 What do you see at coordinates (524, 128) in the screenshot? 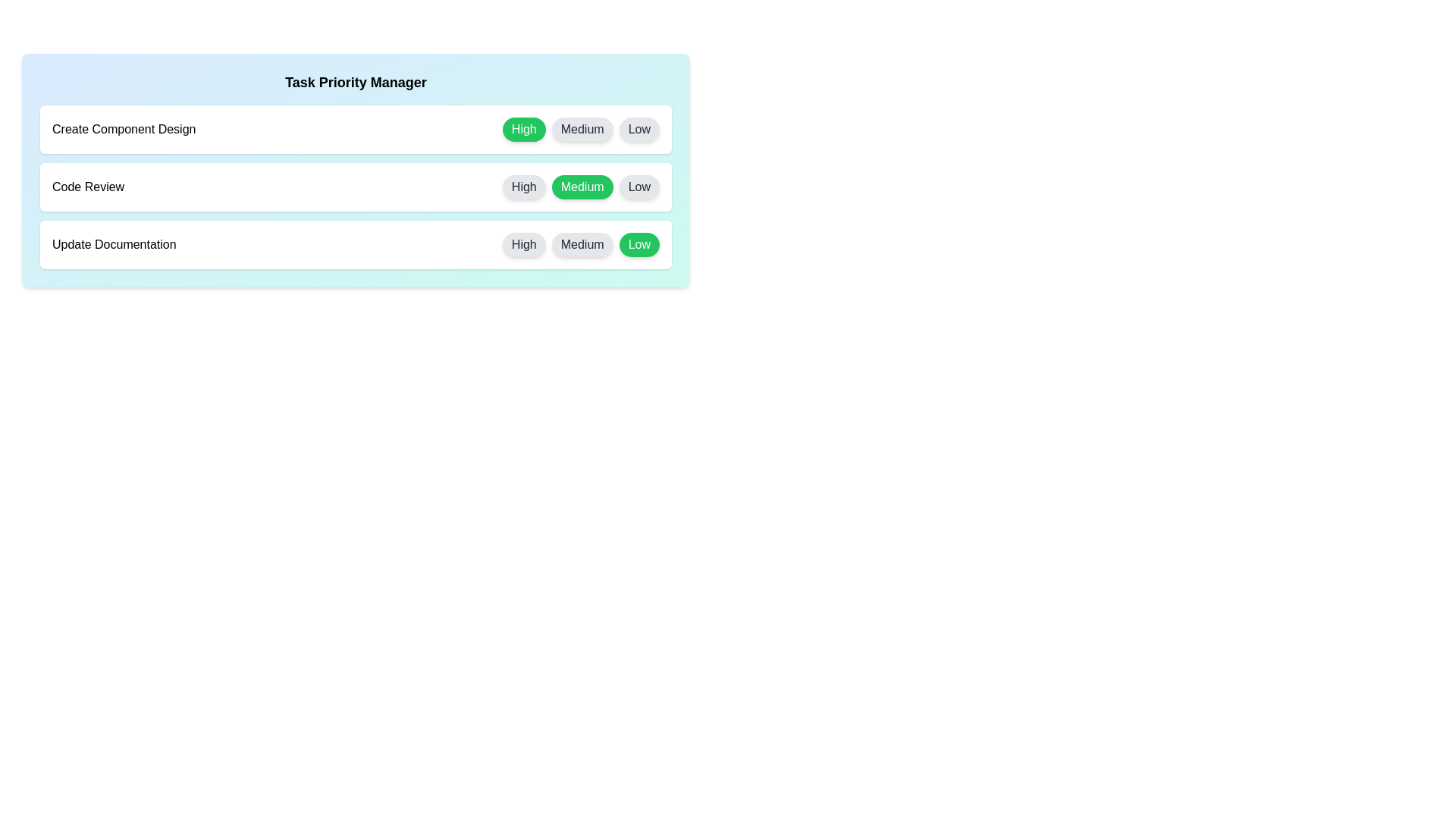
I see `the High button for the task 'Create Component Design' to set its priority` at bounding box center [524, 128].